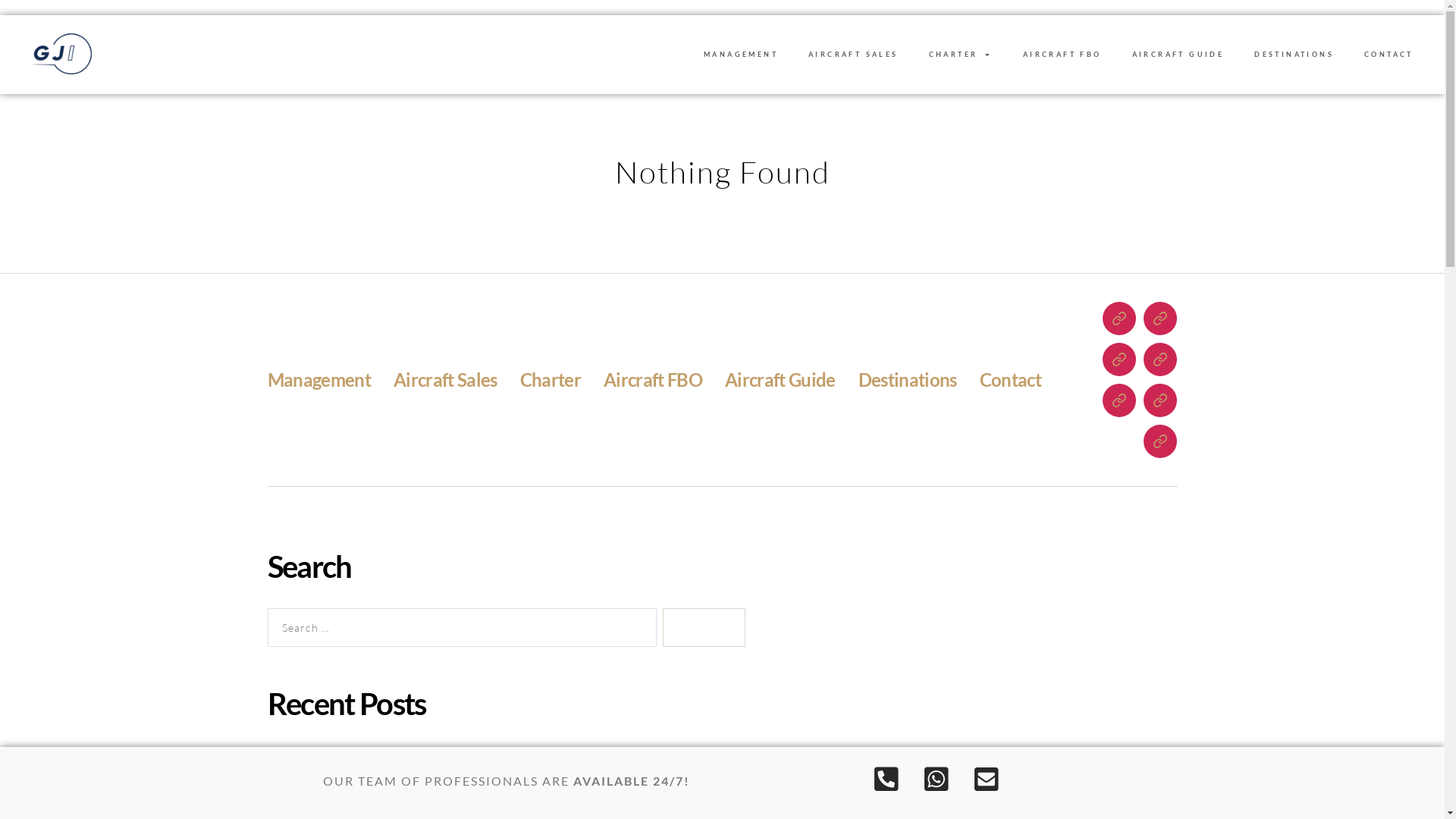 The width and height of the screenshot is (1456, 819). Describe the element at coordinates (960, 54) in the screenshot. I see `'CHARTER'` at that location.